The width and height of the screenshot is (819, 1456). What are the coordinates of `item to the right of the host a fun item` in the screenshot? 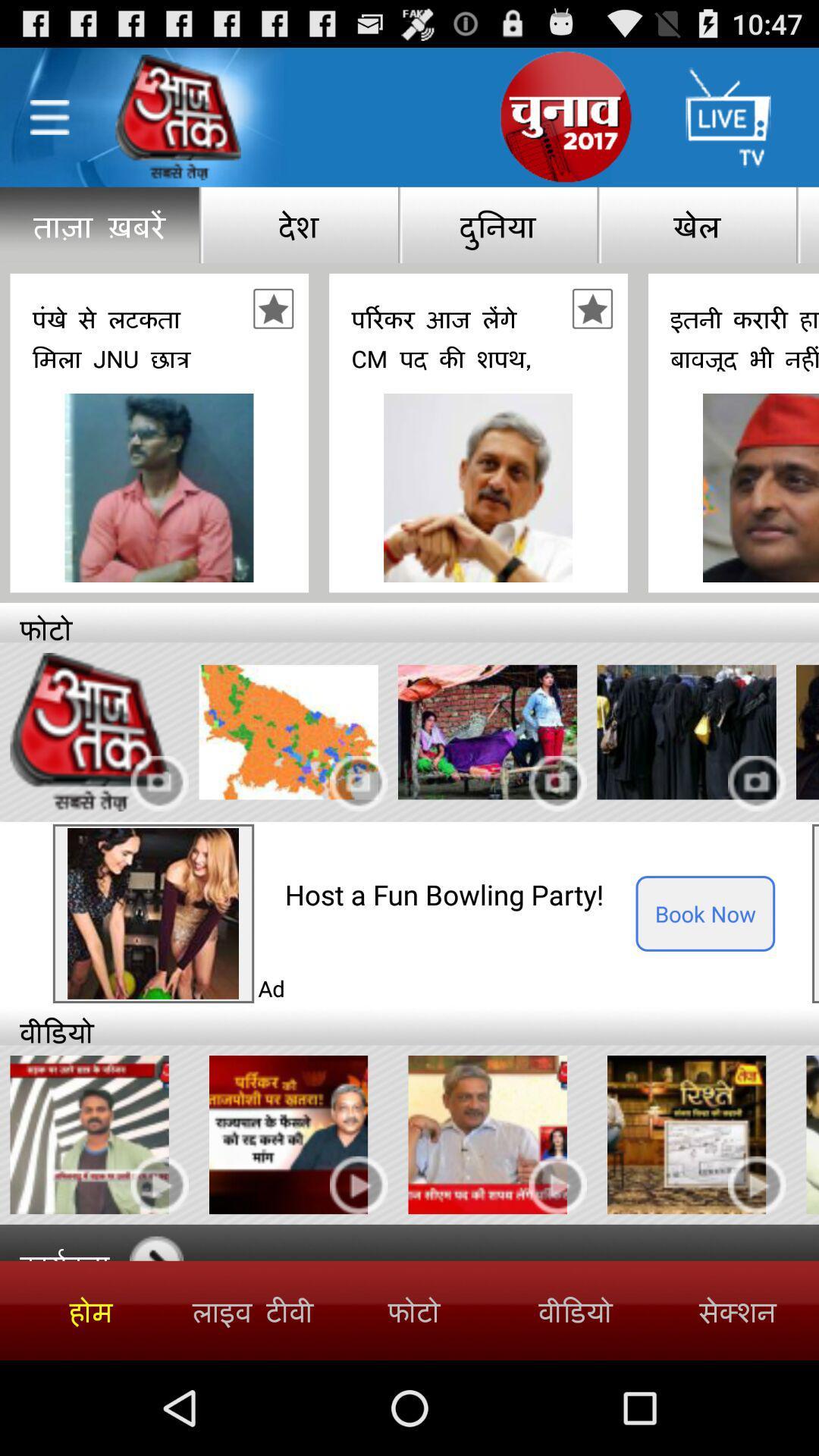 It's located at (705, 912).